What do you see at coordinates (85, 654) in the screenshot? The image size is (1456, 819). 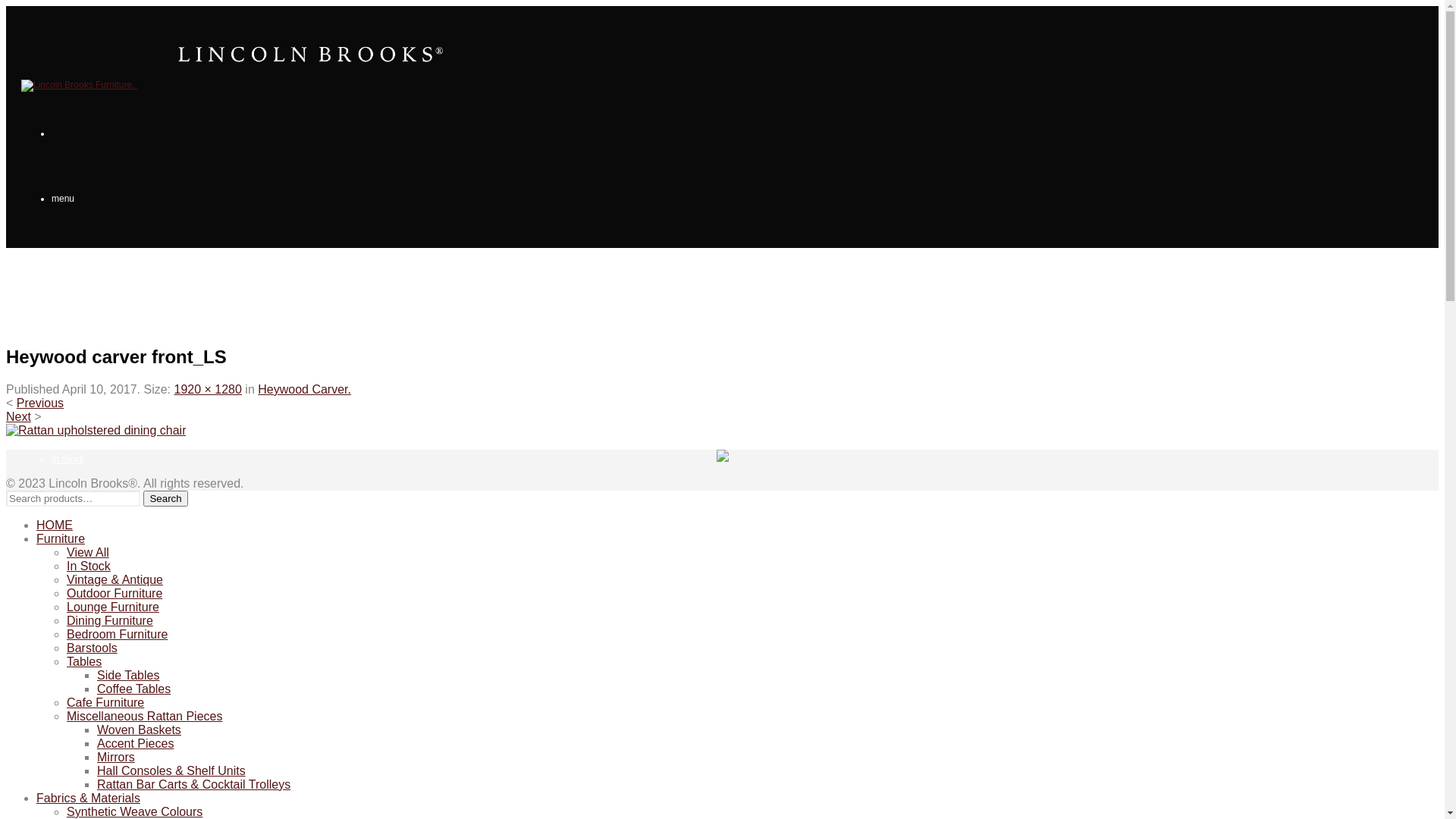 I see `'Lounge Furniture'` at bounding box center [85, 654].